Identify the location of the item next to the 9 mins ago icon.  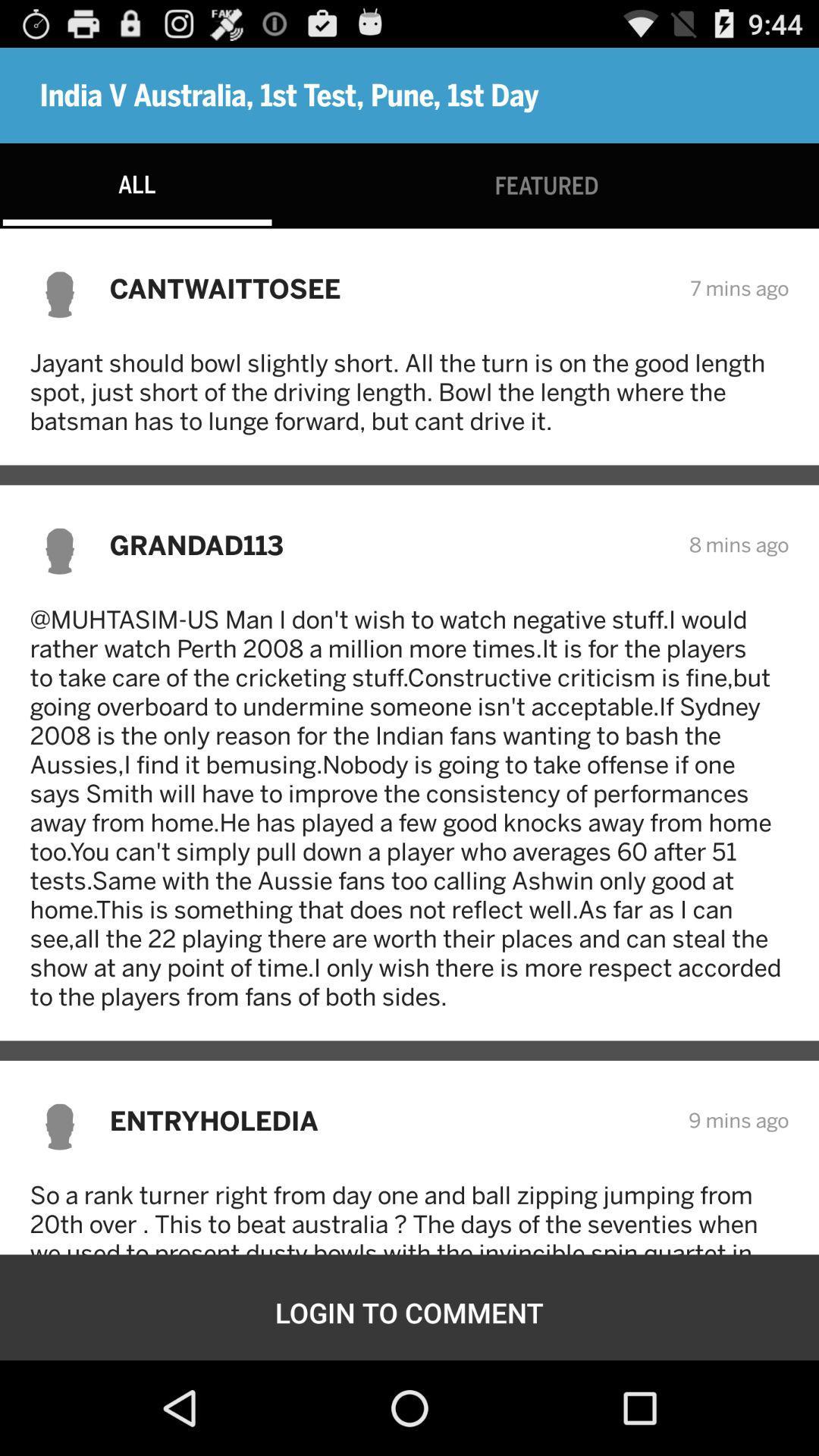
(388, 1120).